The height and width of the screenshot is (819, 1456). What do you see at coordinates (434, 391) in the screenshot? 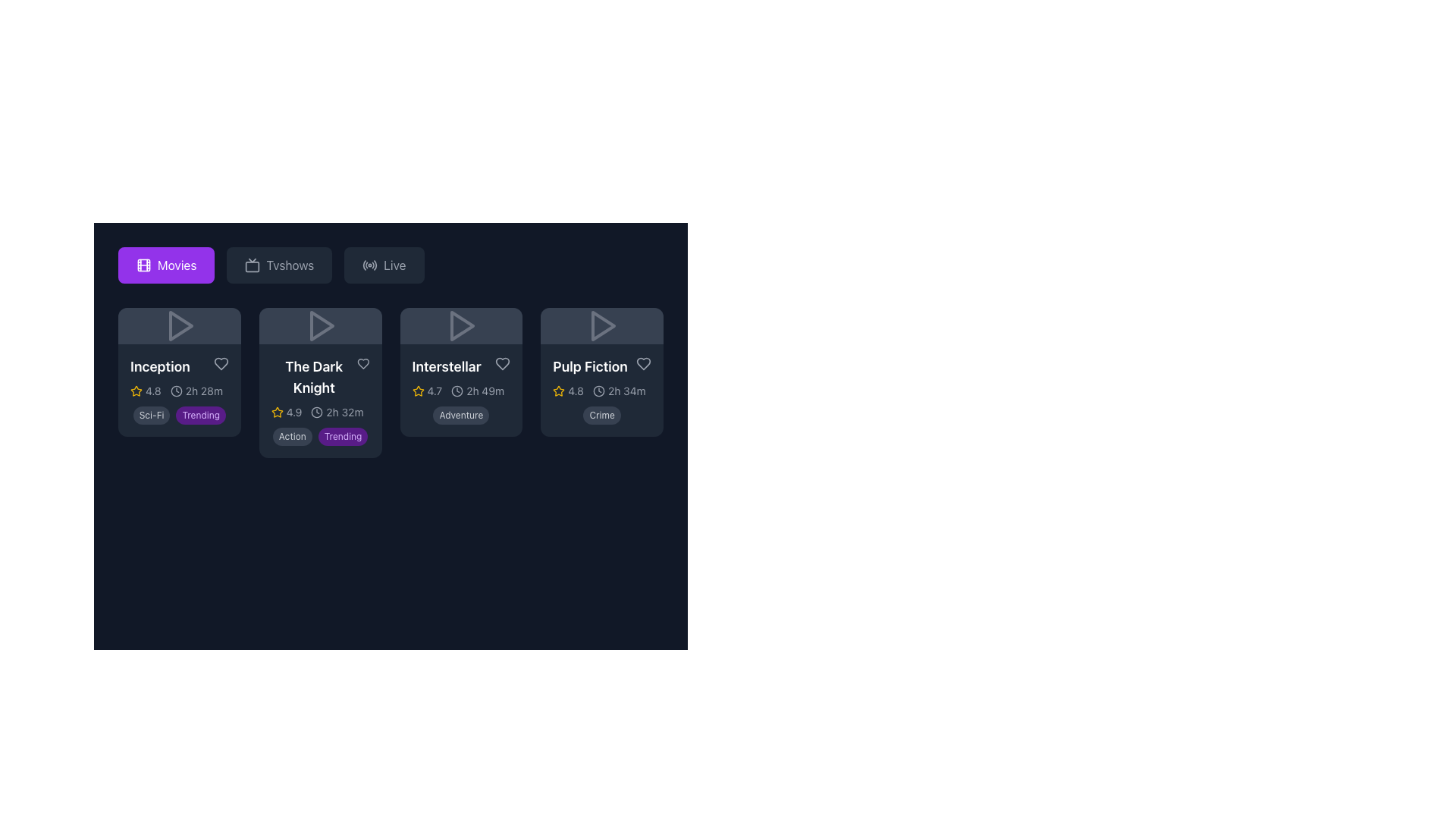
I see `numeric value '4.7' displayed in light gray text adjacent to the yellow star icon on the card for the movie 'Interstellar.'` at bounding box center [434, 391].